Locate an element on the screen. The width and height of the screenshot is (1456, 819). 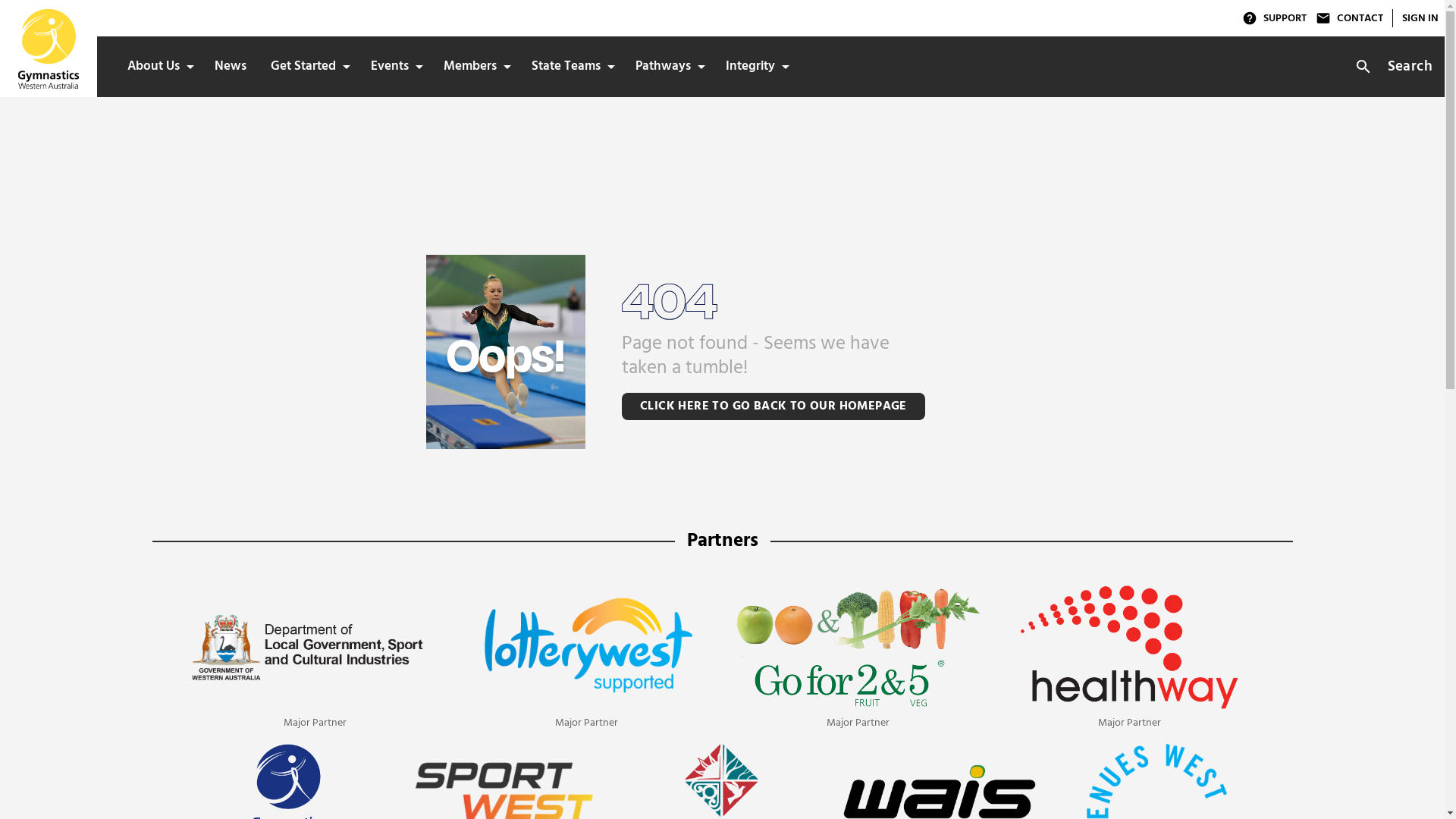
'Integrity' is located at coordinates (712, 66).